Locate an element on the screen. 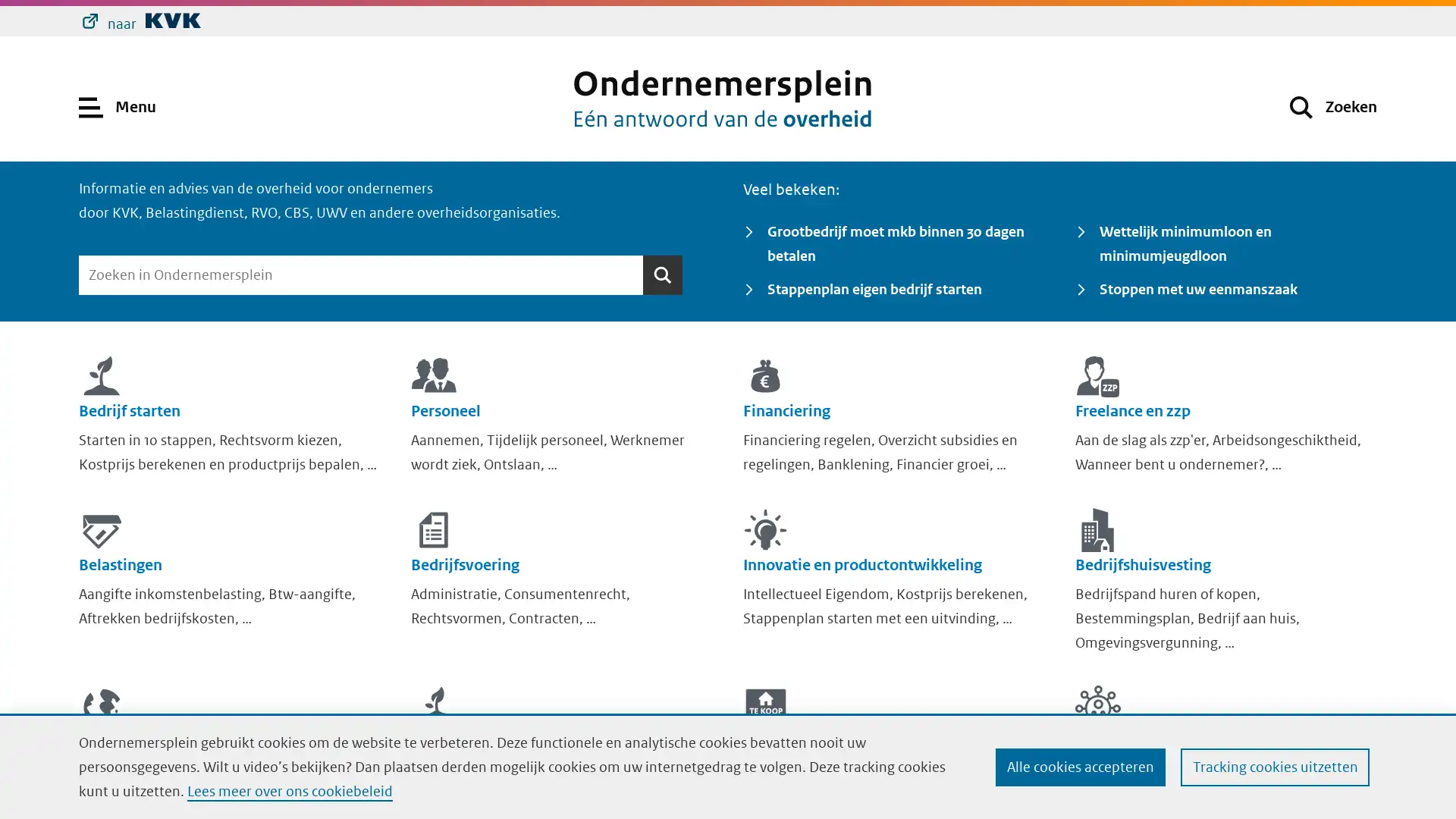 This screenshot has width=1456, height=819. Zoeken Zoeken is located at coordinates (662, 281).